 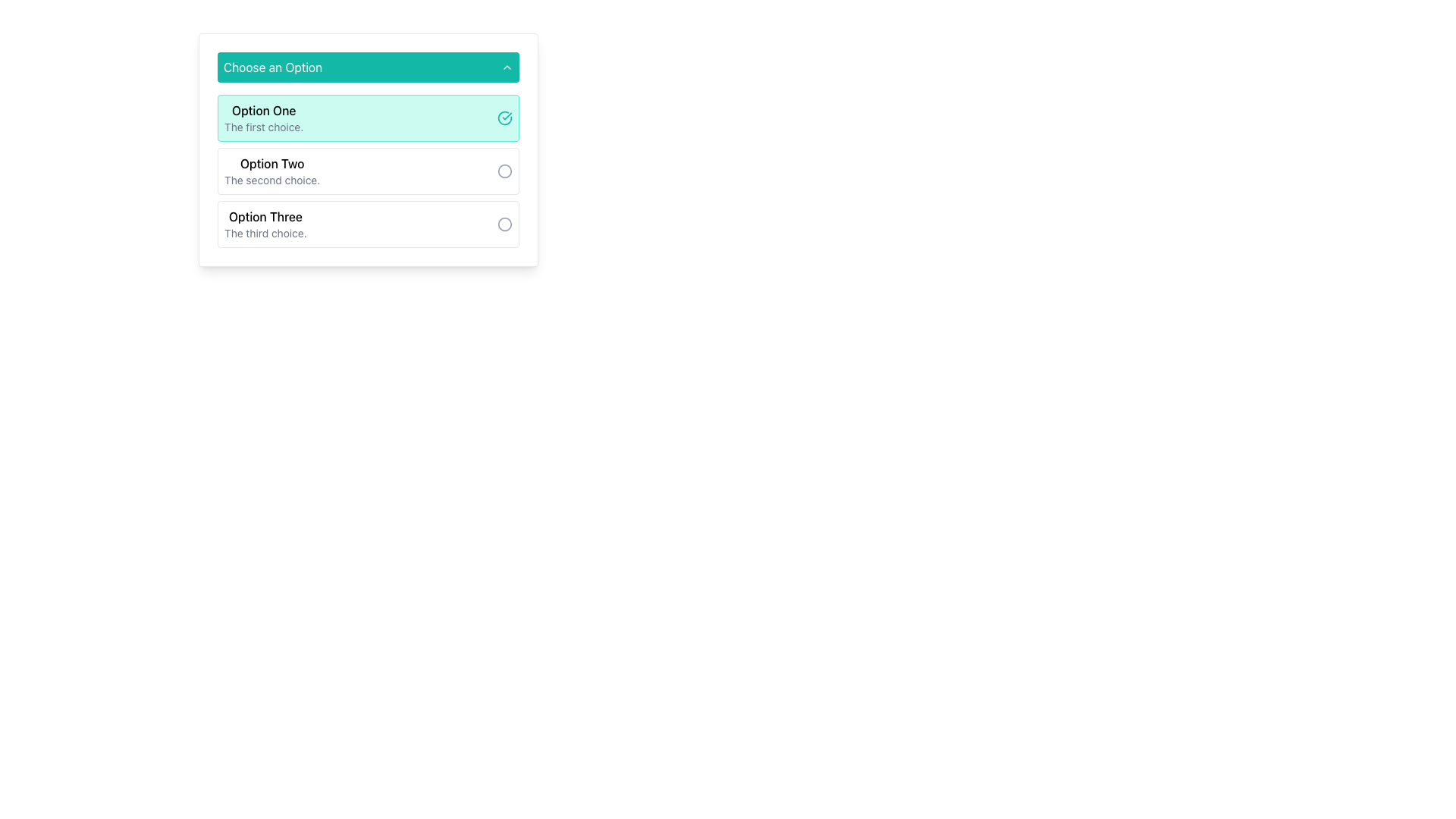 I want to click on the visual feedback of the interactive indicator resembling a radio button, which is part of the UI options for 'Option Two', so click(x=505, y=224).